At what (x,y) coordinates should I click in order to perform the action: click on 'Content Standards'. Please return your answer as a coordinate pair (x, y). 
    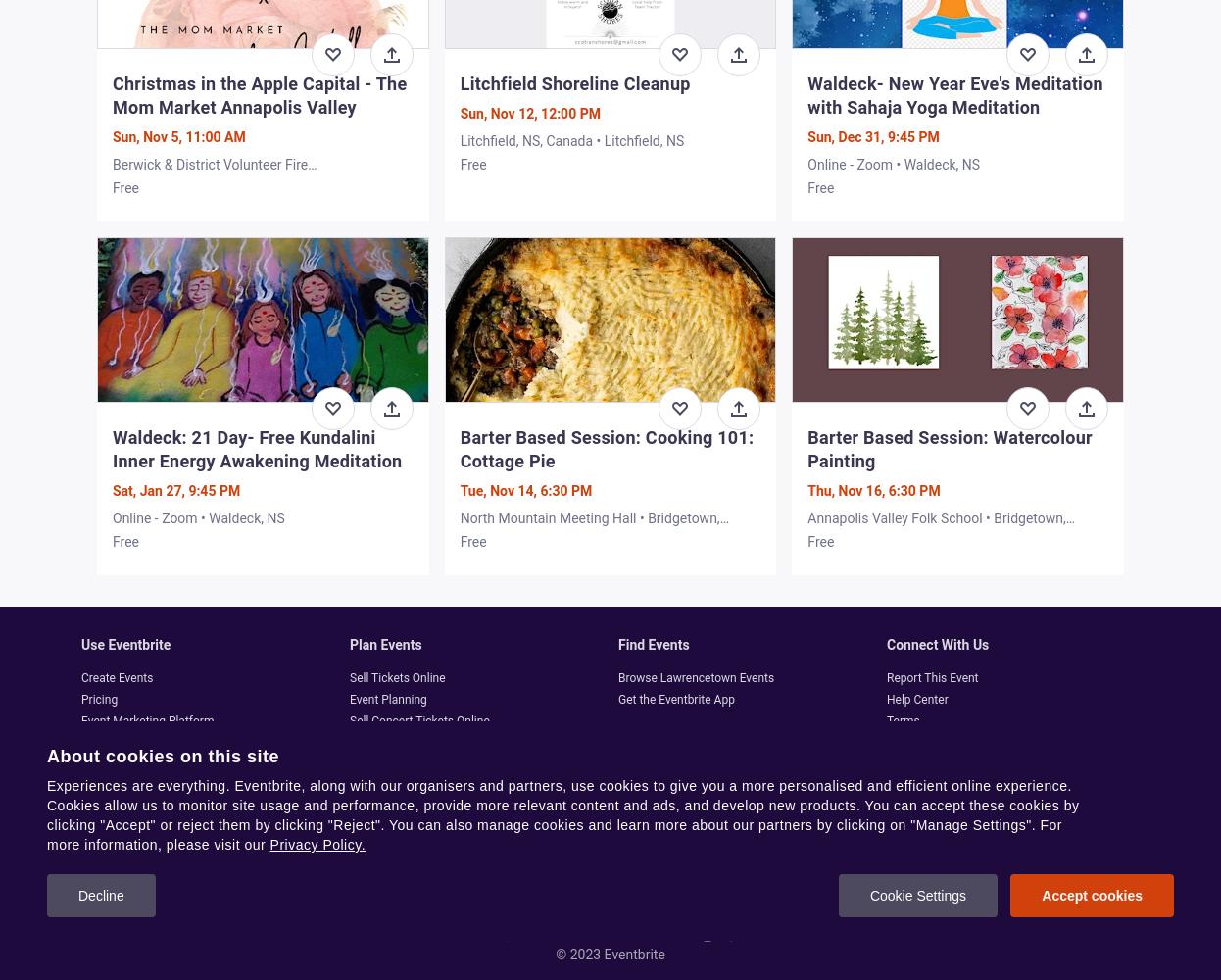
    Looking at the image, I should click on (128, 828).